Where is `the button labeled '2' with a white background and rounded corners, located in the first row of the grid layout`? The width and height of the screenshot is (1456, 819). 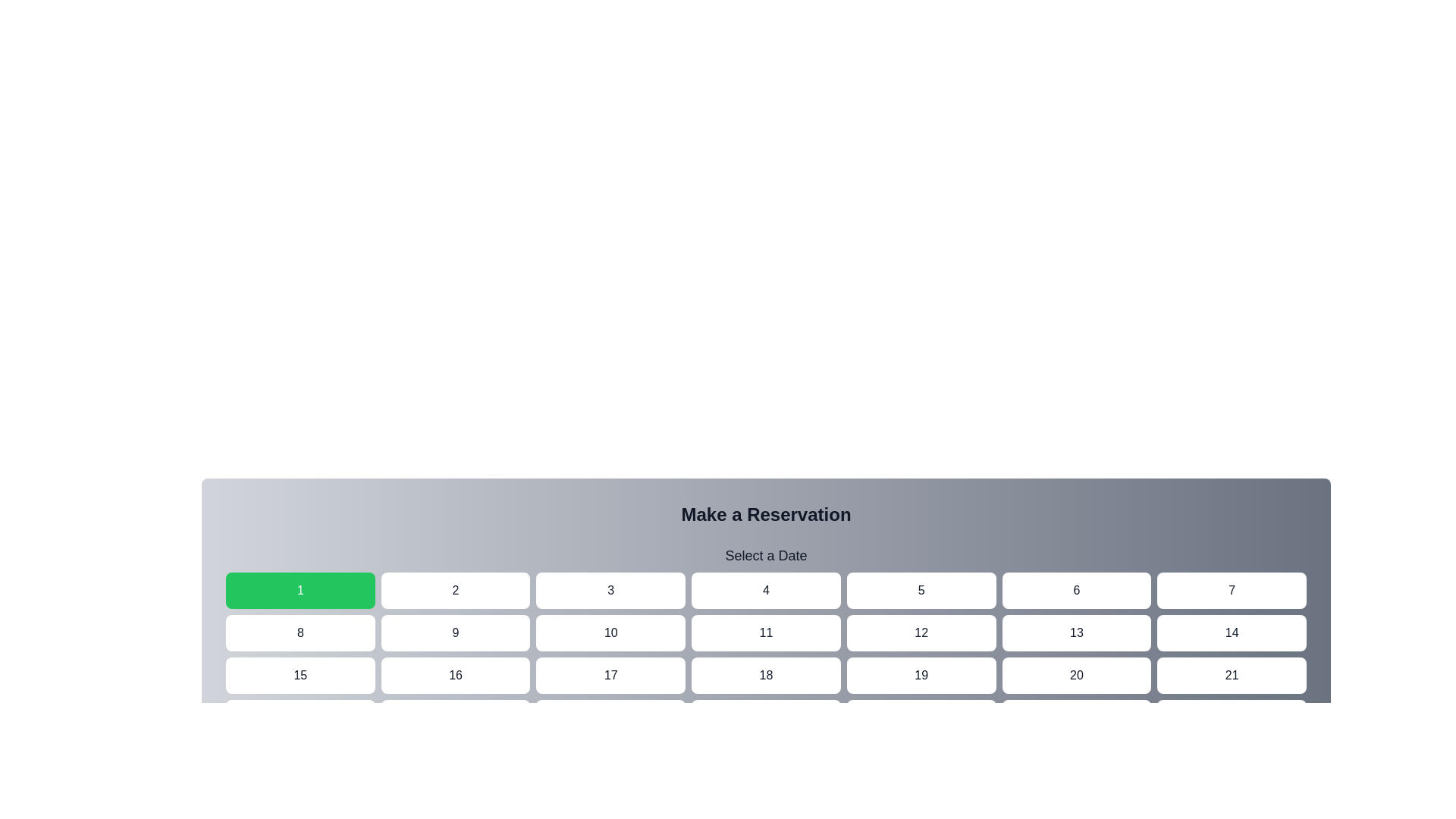 the button labeled '2' with a white background and rounded corners, located in the first row of the grid layout is located at coordinates (455, 590).